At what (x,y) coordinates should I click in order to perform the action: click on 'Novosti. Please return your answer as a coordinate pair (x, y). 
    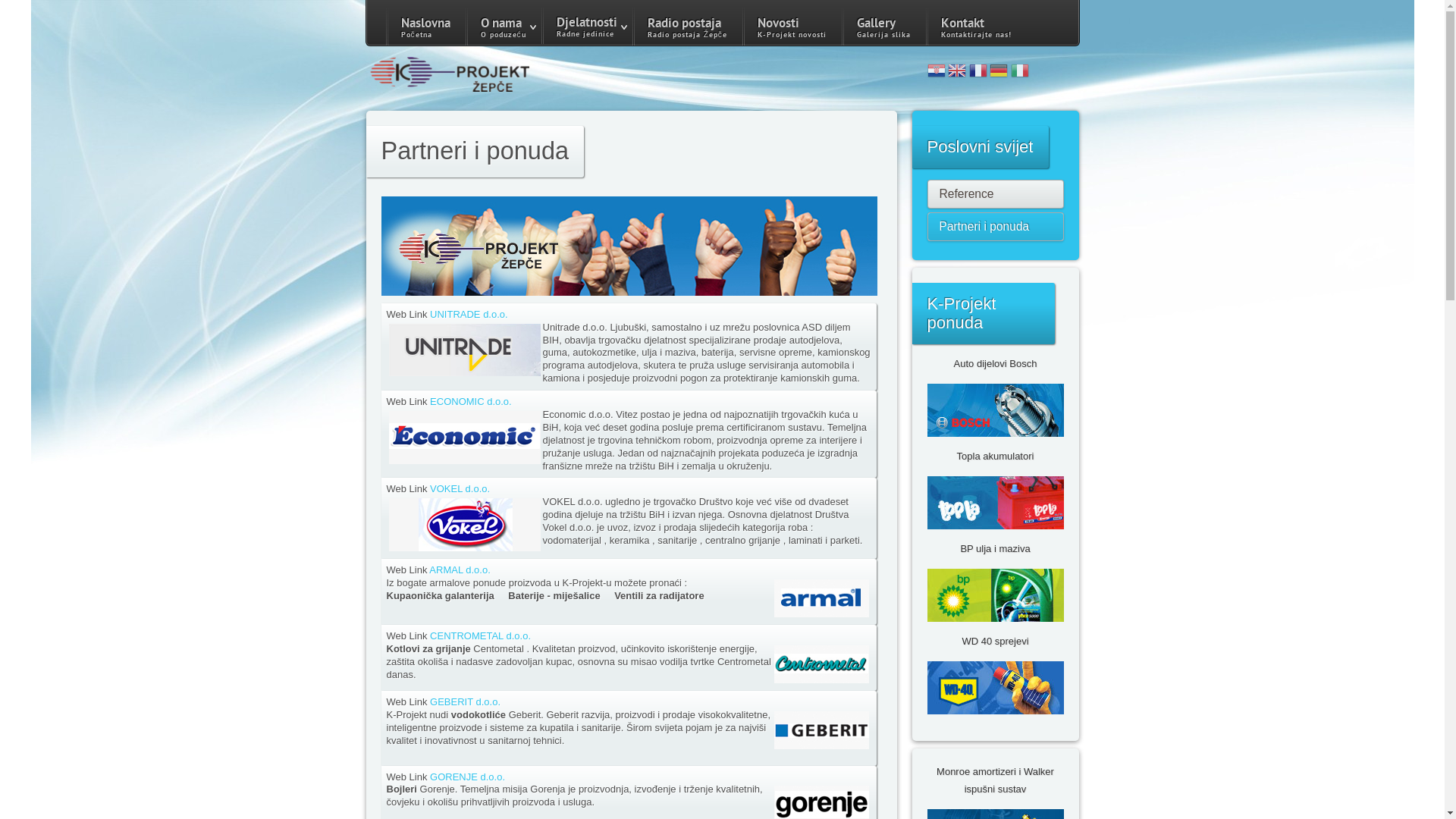
    Looking at the image, I should click on (791, 26).